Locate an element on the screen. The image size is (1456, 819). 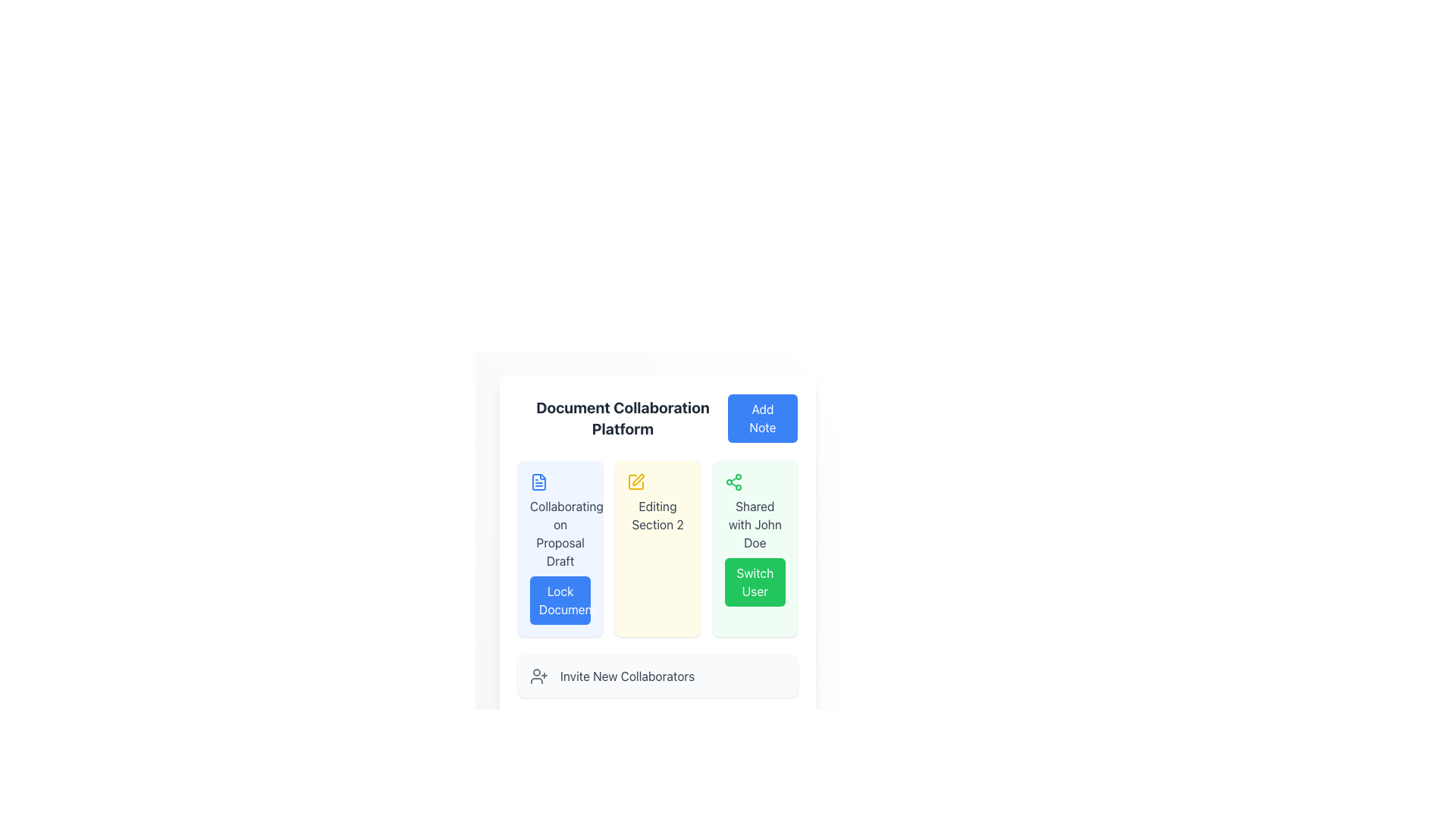
the text element stating 'Editing Section 2' which is centrally located within a card with a light yellow background is located at coordinates (657, 514).